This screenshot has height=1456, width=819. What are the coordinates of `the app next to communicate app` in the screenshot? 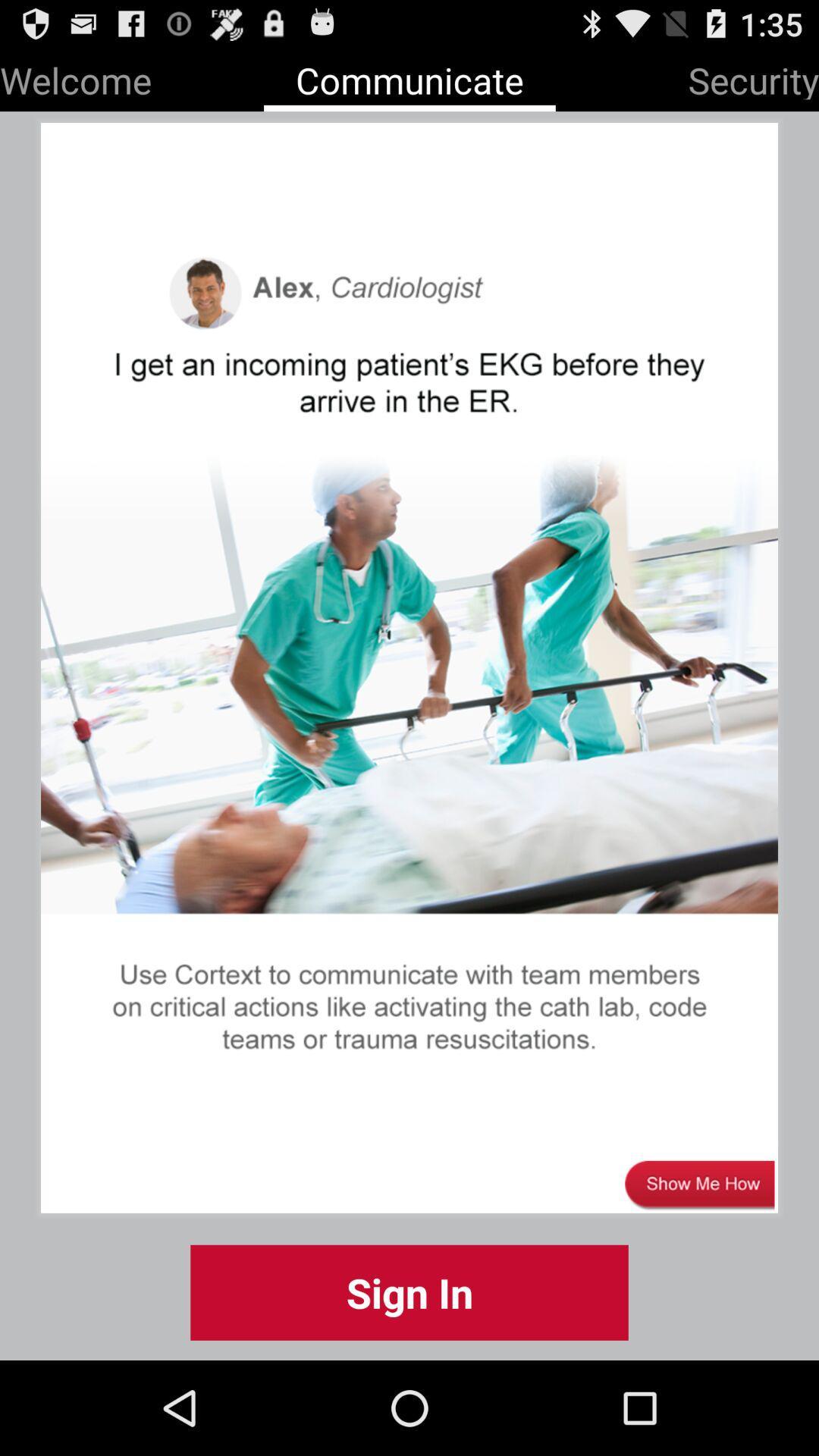 It's located at (753, 77).